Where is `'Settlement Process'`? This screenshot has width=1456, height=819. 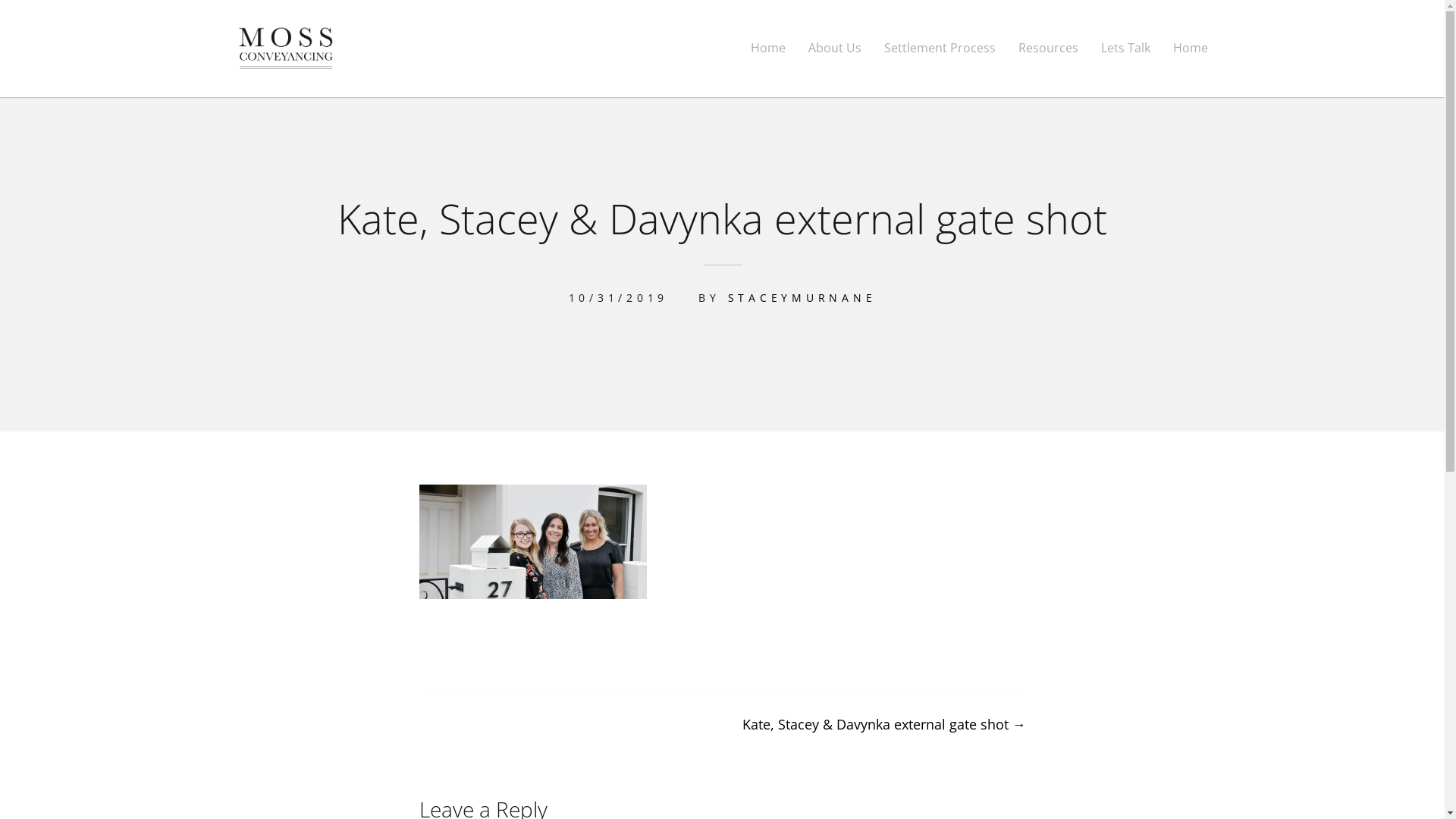
'Settlement Process' is located at coordinates (939, 47).